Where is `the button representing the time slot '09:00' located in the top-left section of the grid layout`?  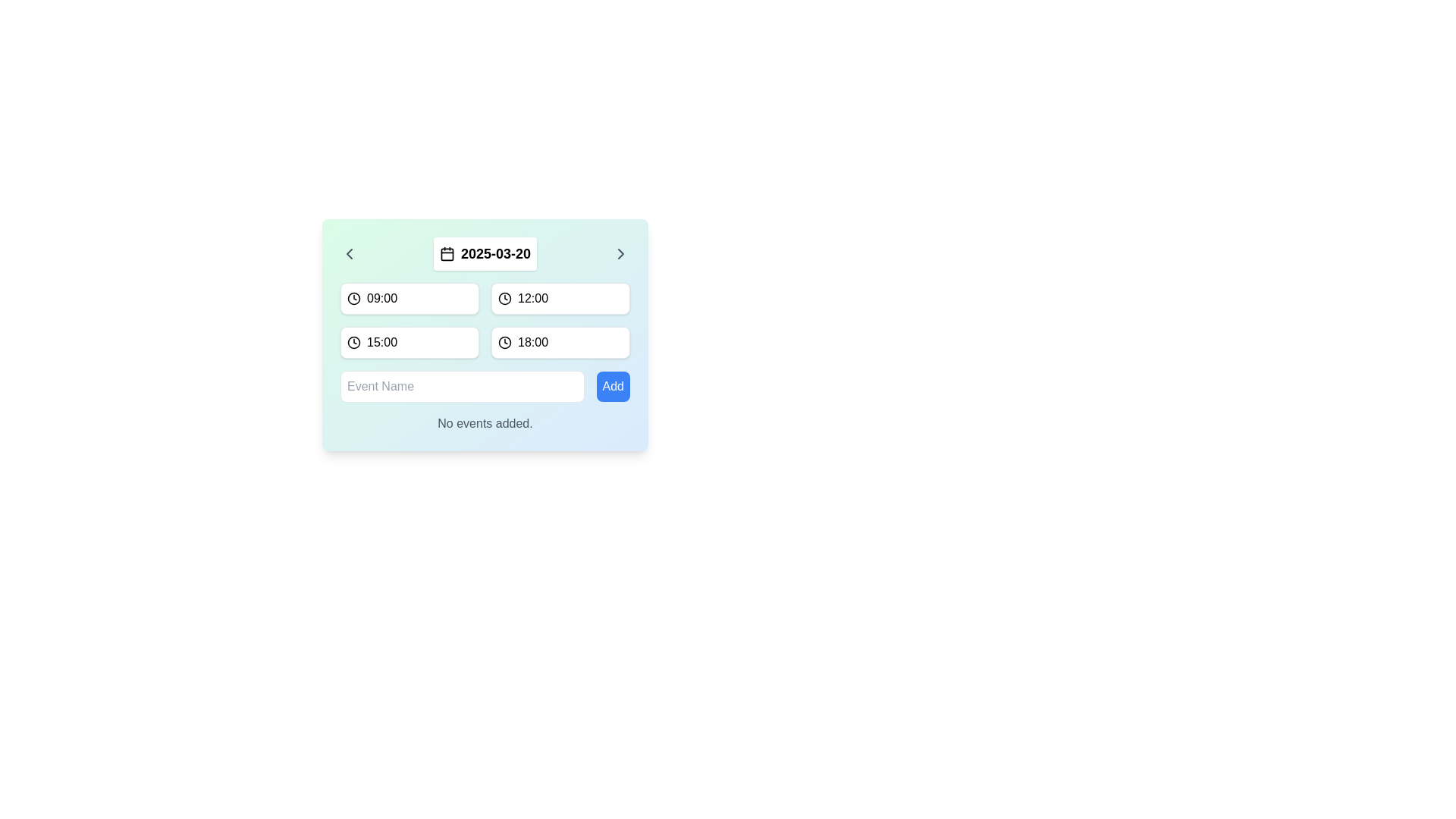
the button representing the time slot '09:00' located in the top-left section of the grid layout is located at coordinates (409, 298).